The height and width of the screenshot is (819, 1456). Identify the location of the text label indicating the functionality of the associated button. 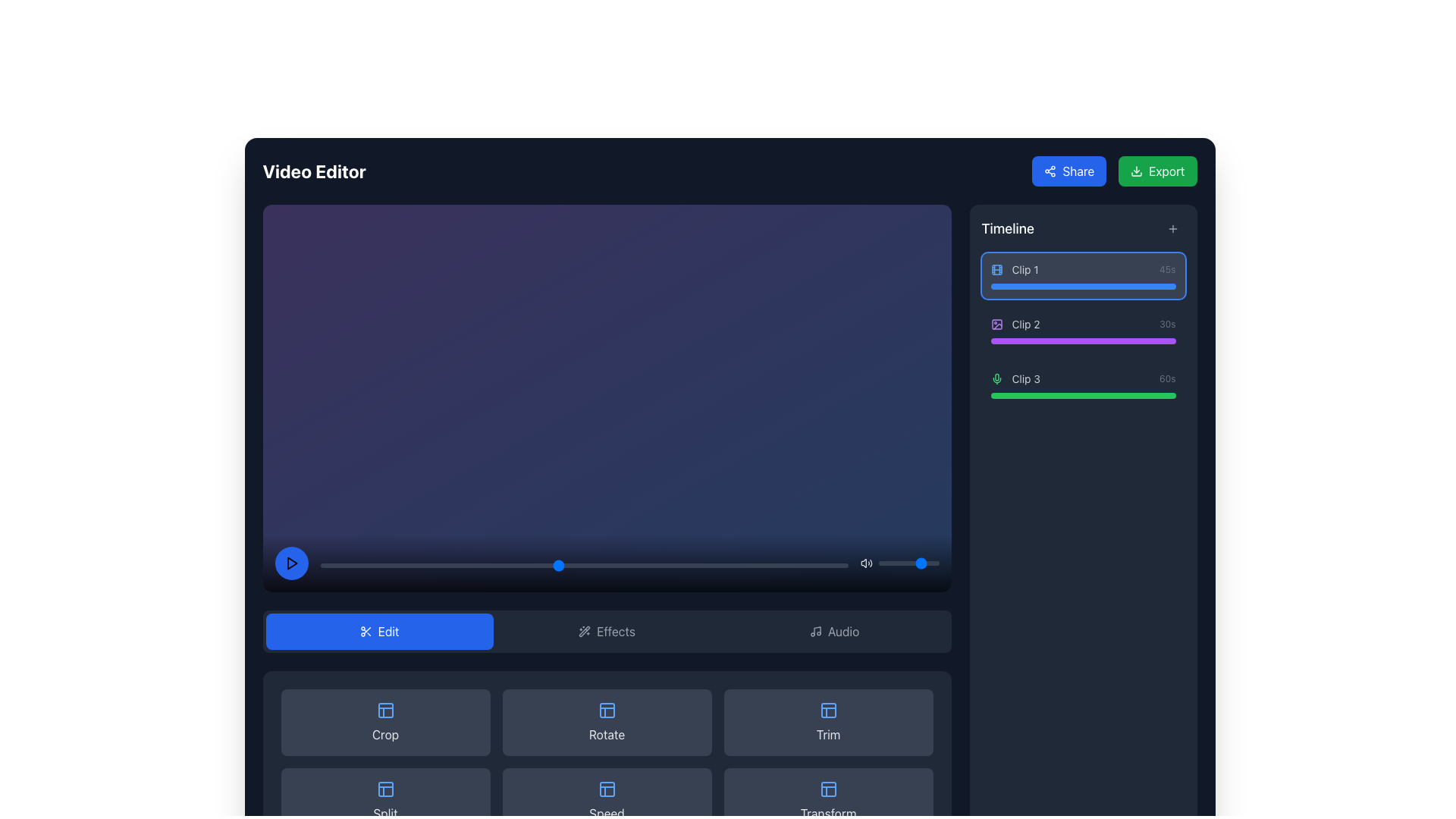
(843, 631).